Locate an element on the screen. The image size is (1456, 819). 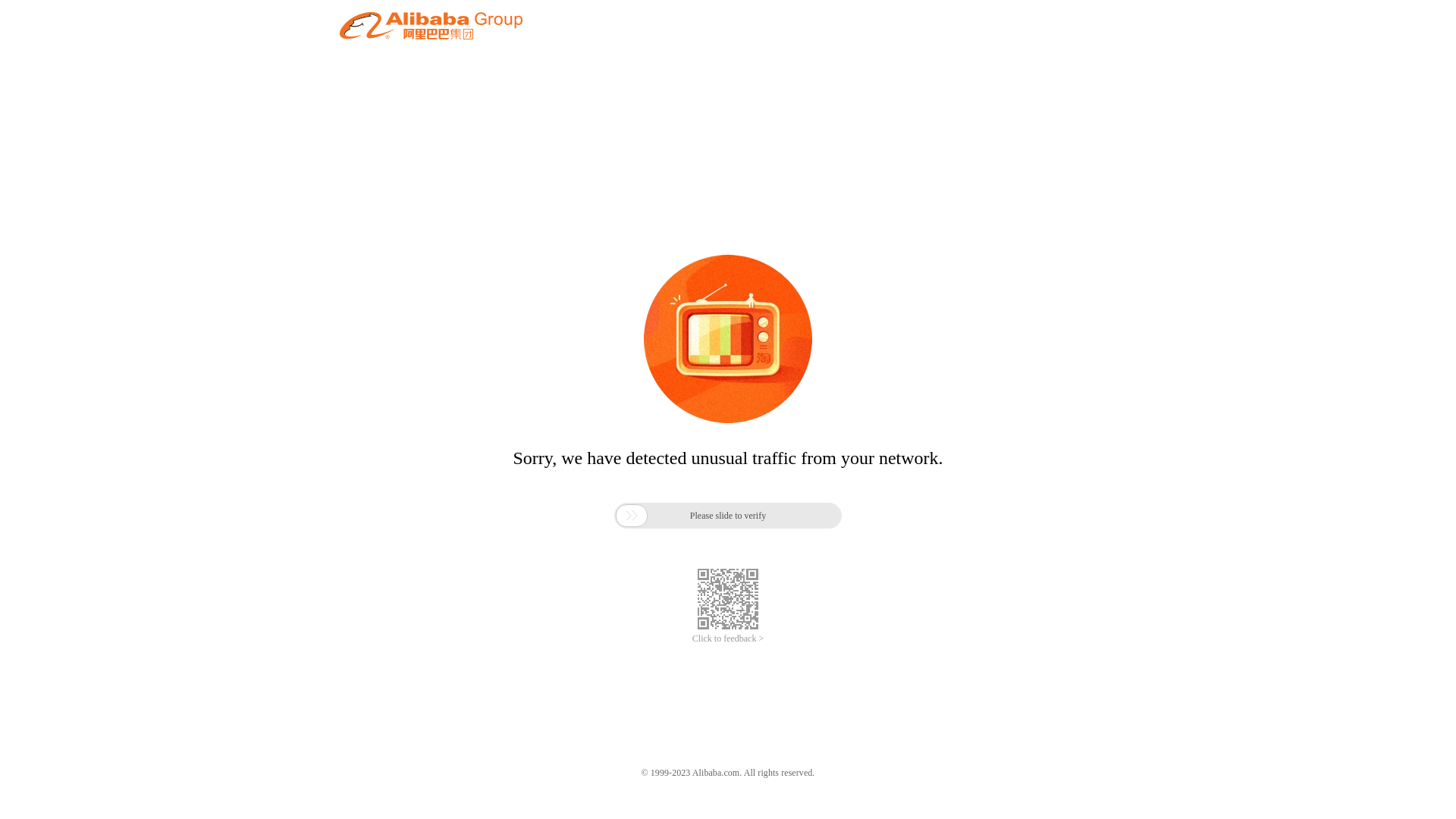
'Click to feedback >' is located at coordinates (691, 639).